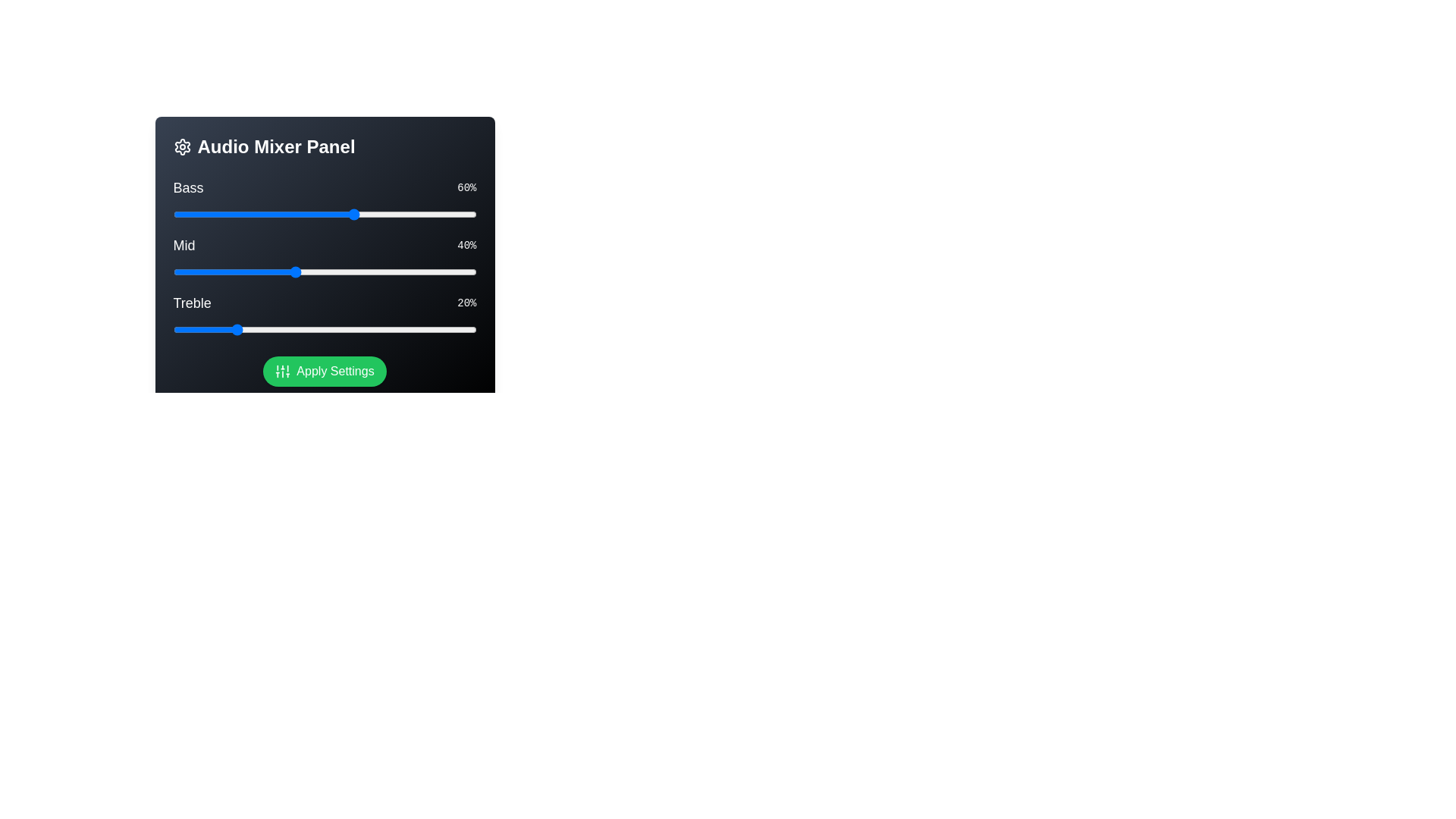  Describe the element at coordinates (324, 371) in the screenshot. I see `the 'Apply Settings' button` at that location.